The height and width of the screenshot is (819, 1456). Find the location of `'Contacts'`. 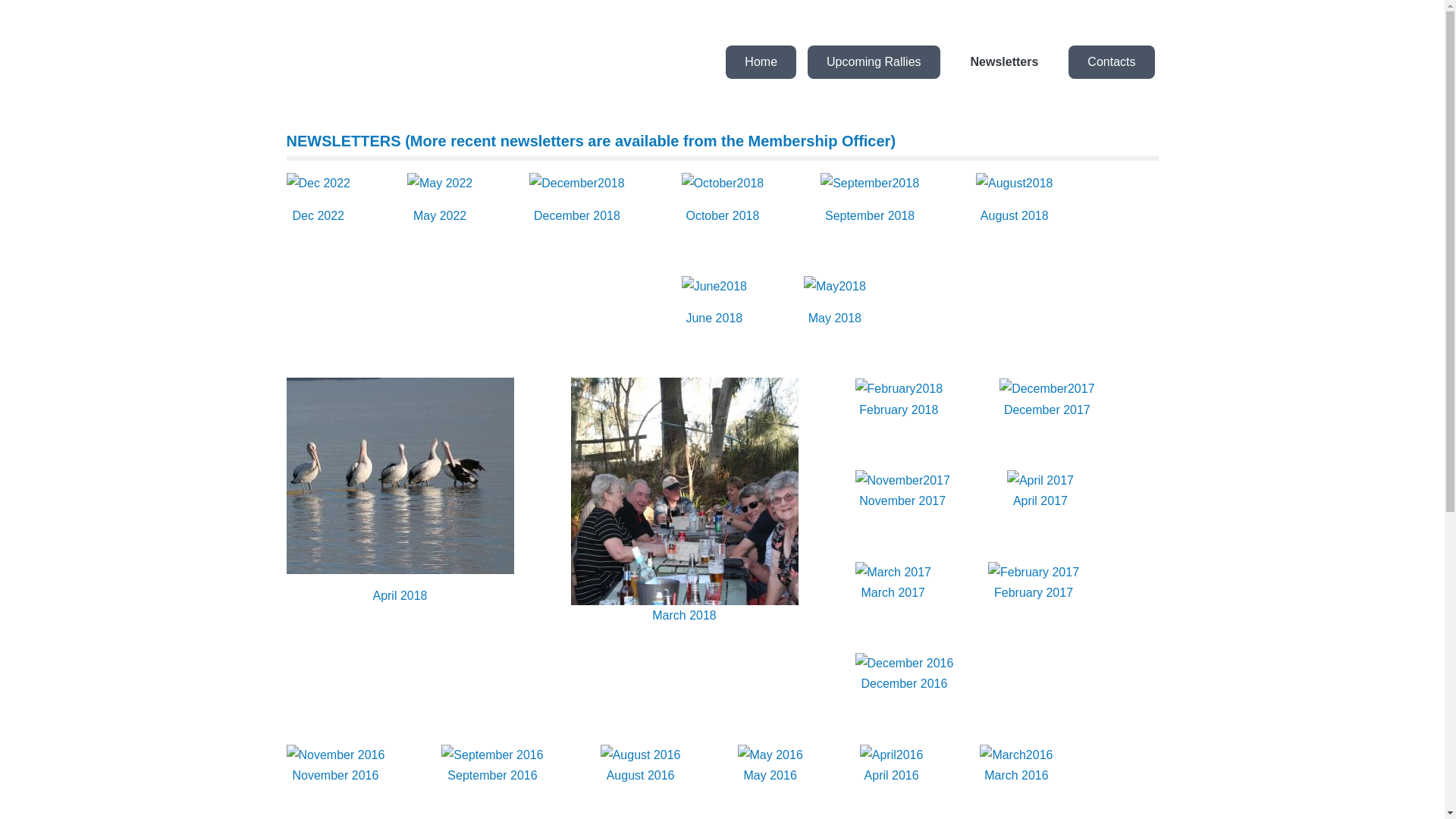

'Contacts' is located at coordinates (1111, 61).